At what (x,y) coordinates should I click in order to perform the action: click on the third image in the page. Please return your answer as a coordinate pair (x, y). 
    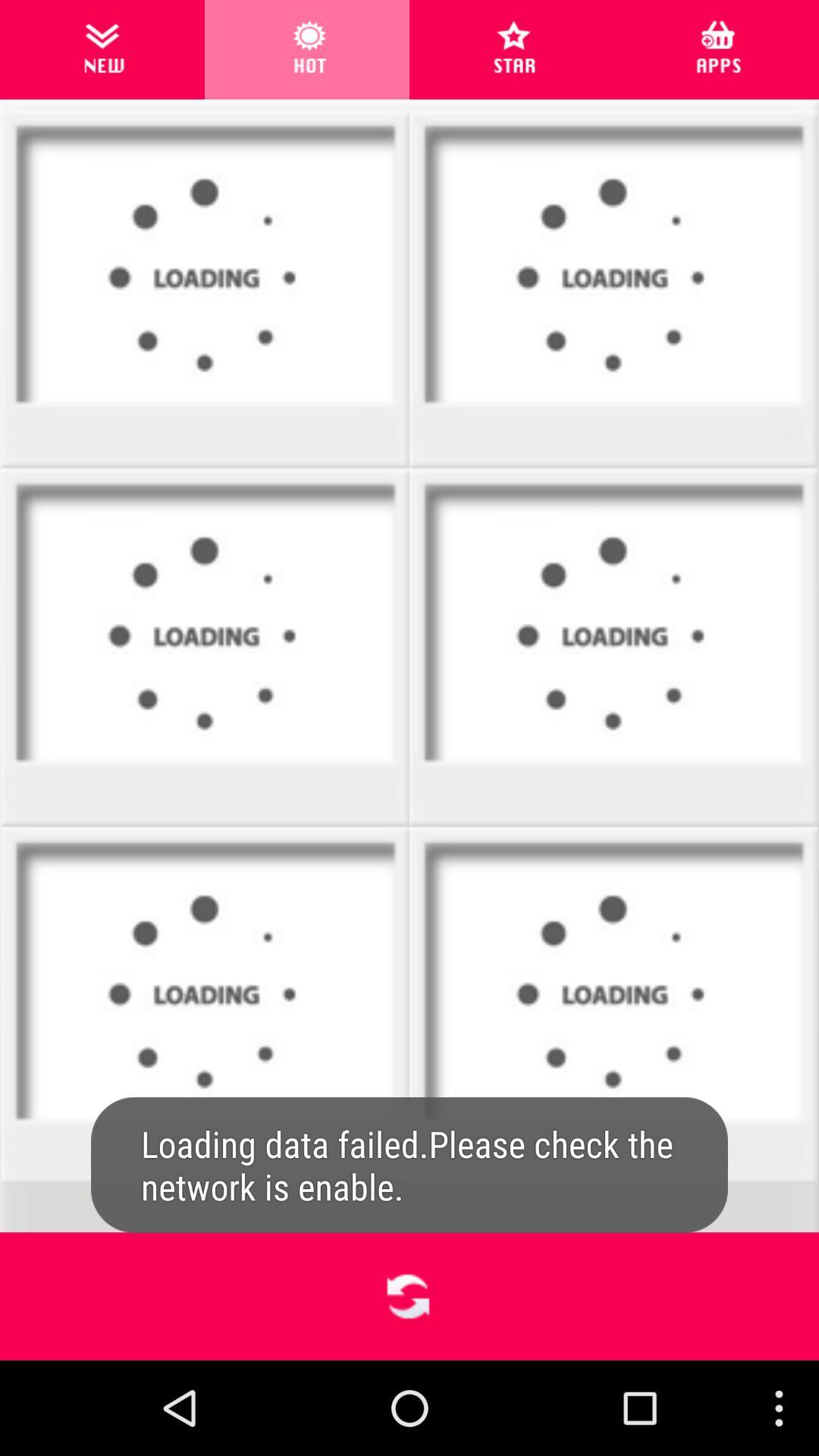
    Looking at the image, I should click on (205, 632).